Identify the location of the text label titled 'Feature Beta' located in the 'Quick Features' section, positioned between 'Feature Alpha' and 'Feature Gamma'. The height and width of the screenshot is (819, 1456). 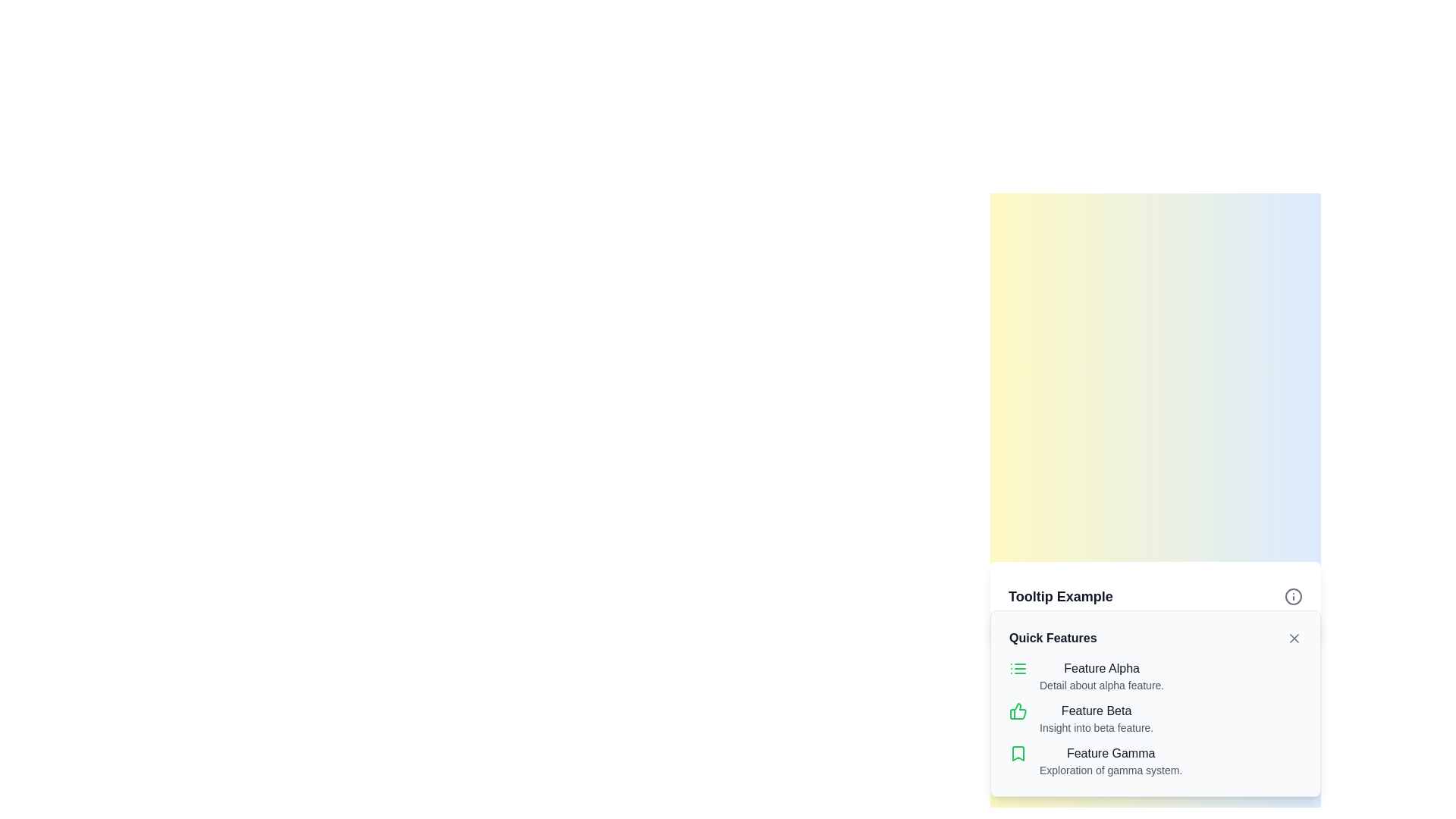
(1097, 711).